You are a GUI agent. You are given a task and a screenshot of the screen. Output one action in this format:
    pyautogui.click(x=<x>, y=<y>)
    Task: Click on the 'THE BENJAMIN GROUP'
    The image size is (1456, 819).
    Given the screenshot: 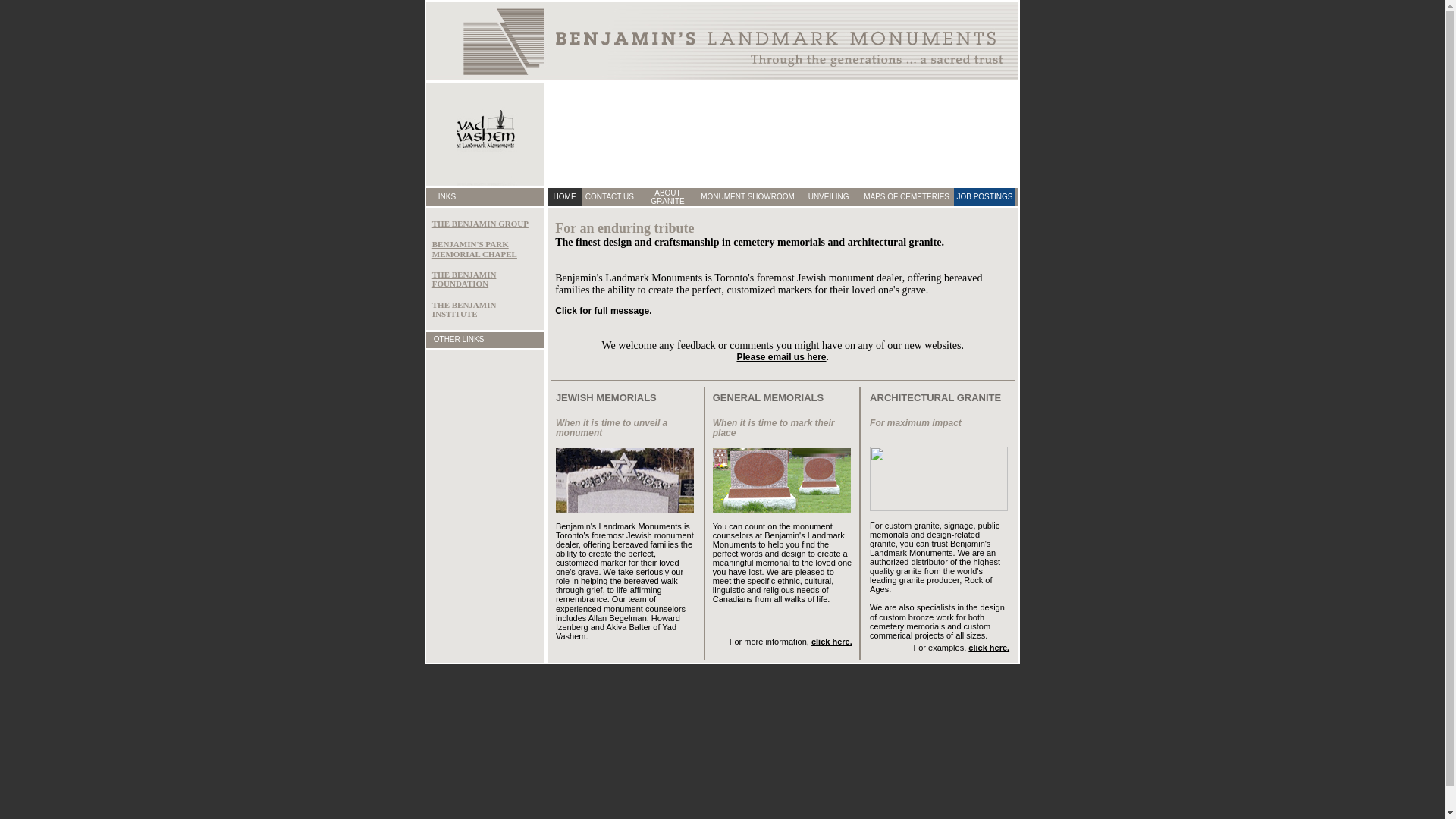 What is the action you would take?
    pyautogui.click(x=431, y=223)
    